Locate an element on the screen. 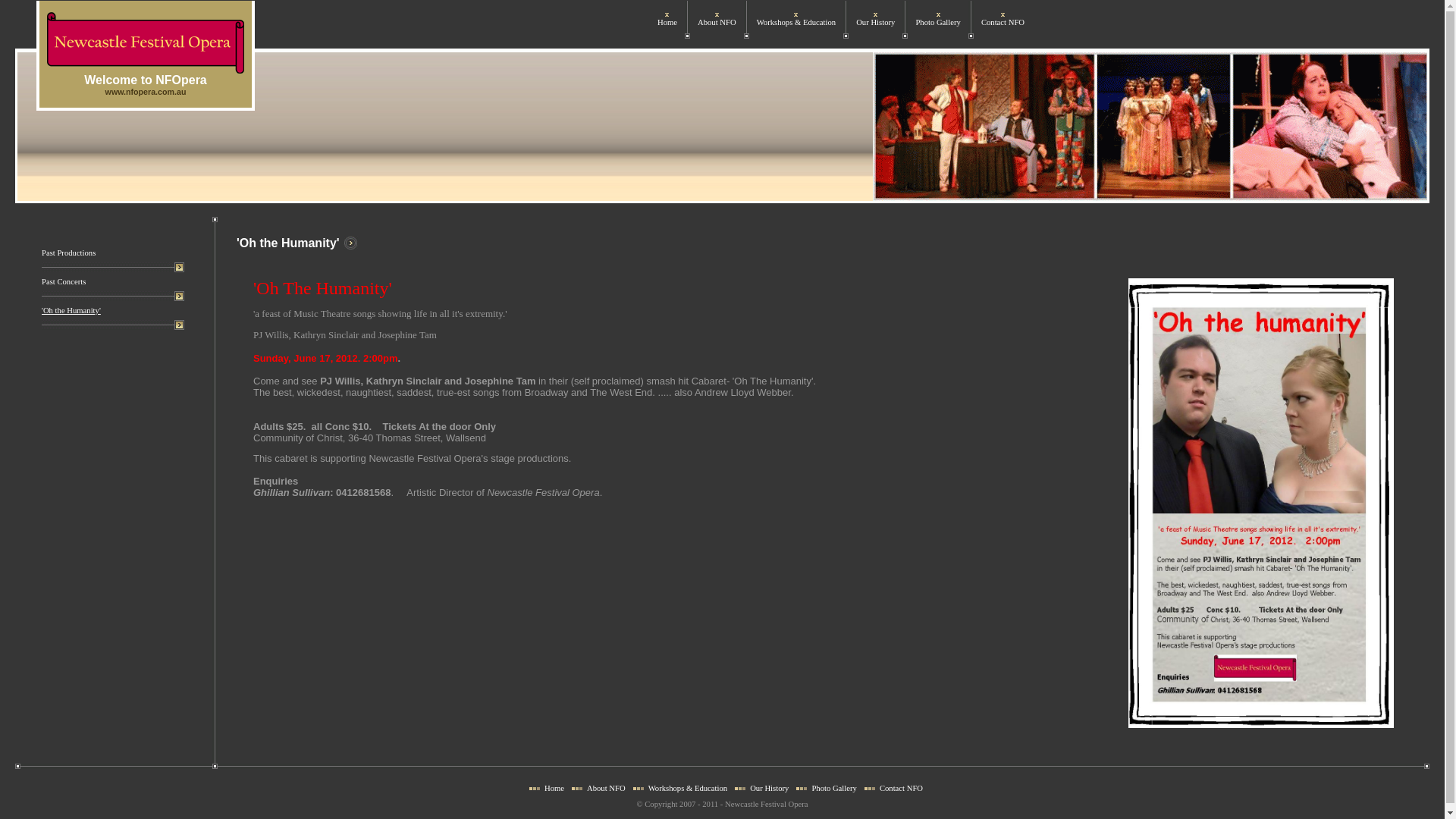  'Contact NFO' is located at coordinates (901, 787).